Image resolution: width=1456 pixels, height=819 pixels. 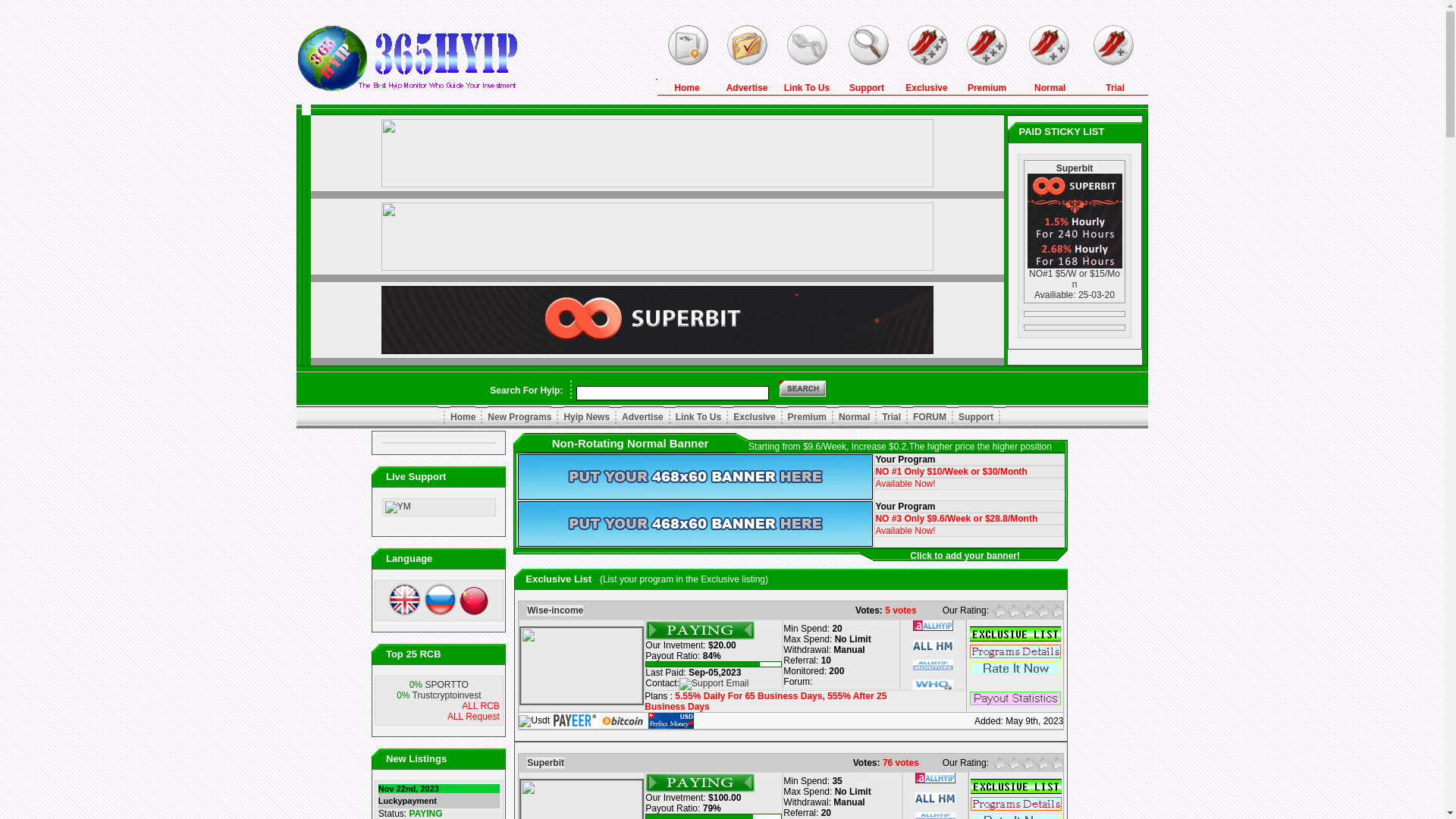 I want to click on 'Normal', so click(x=1049, y=87).